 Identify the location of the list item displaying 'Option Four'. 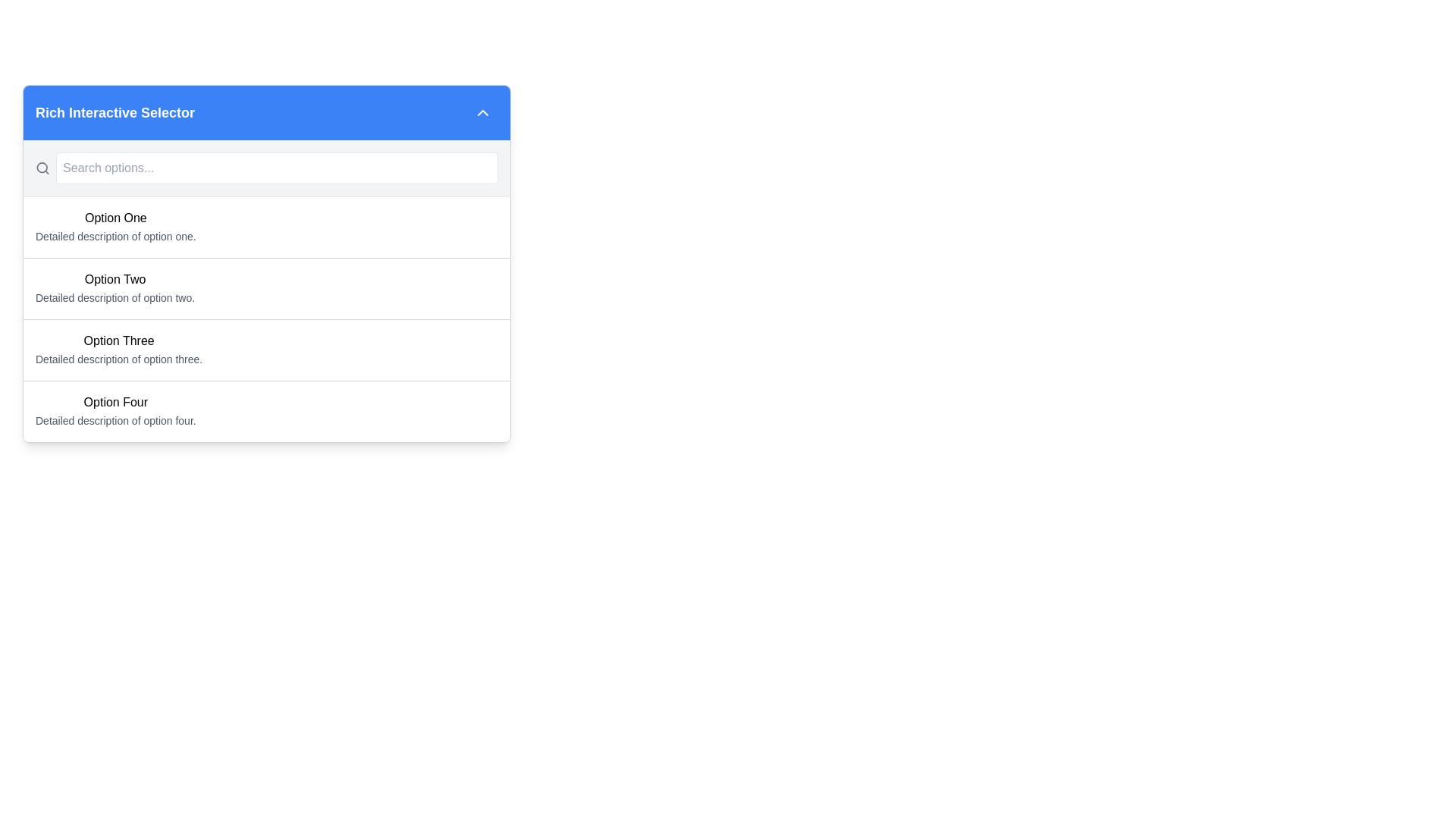
(115, 412).